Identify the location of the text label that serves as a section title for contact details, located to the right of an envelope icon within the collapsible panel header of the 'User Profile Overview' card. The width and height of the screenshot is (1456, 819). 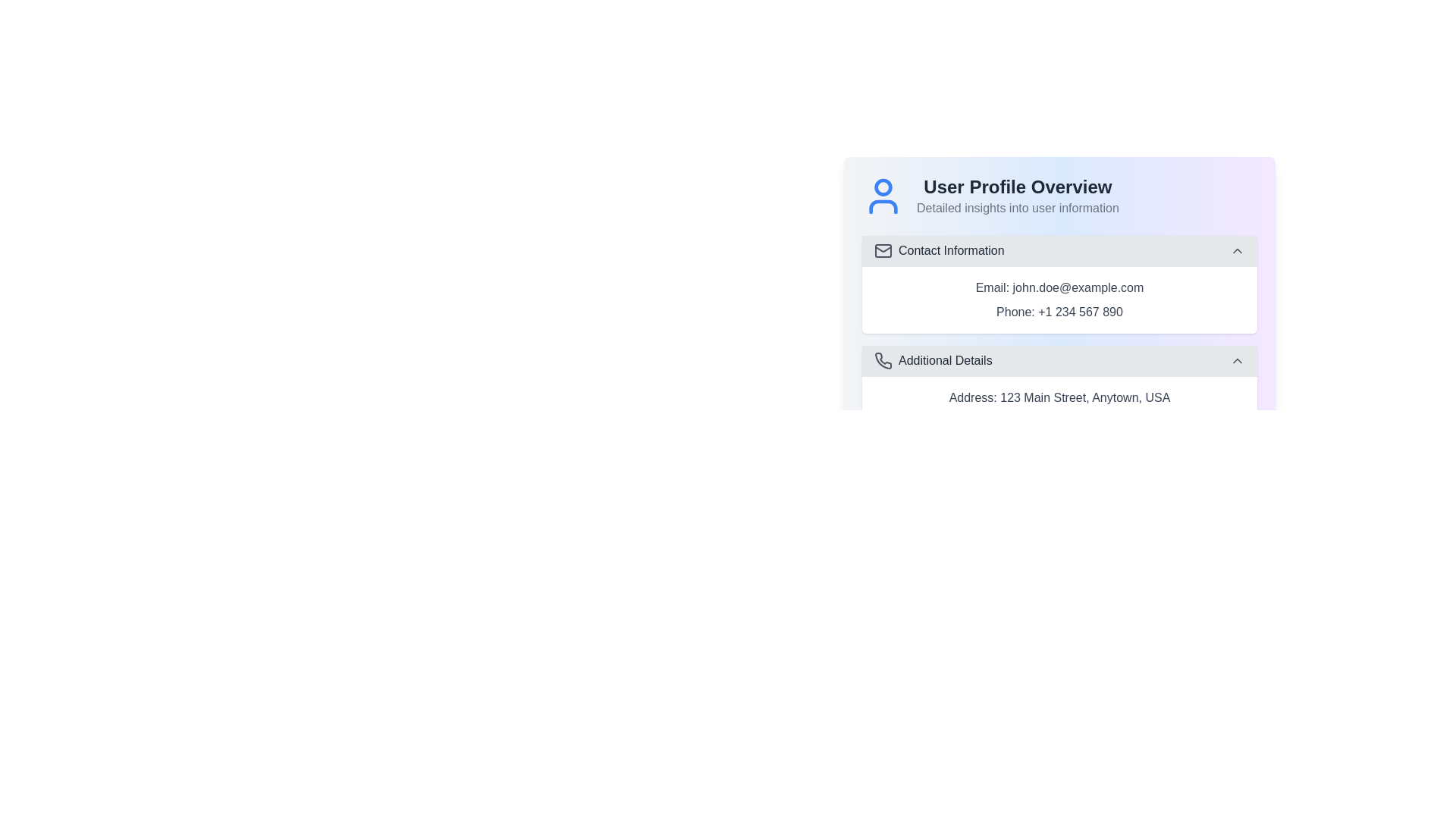
(950, 250).